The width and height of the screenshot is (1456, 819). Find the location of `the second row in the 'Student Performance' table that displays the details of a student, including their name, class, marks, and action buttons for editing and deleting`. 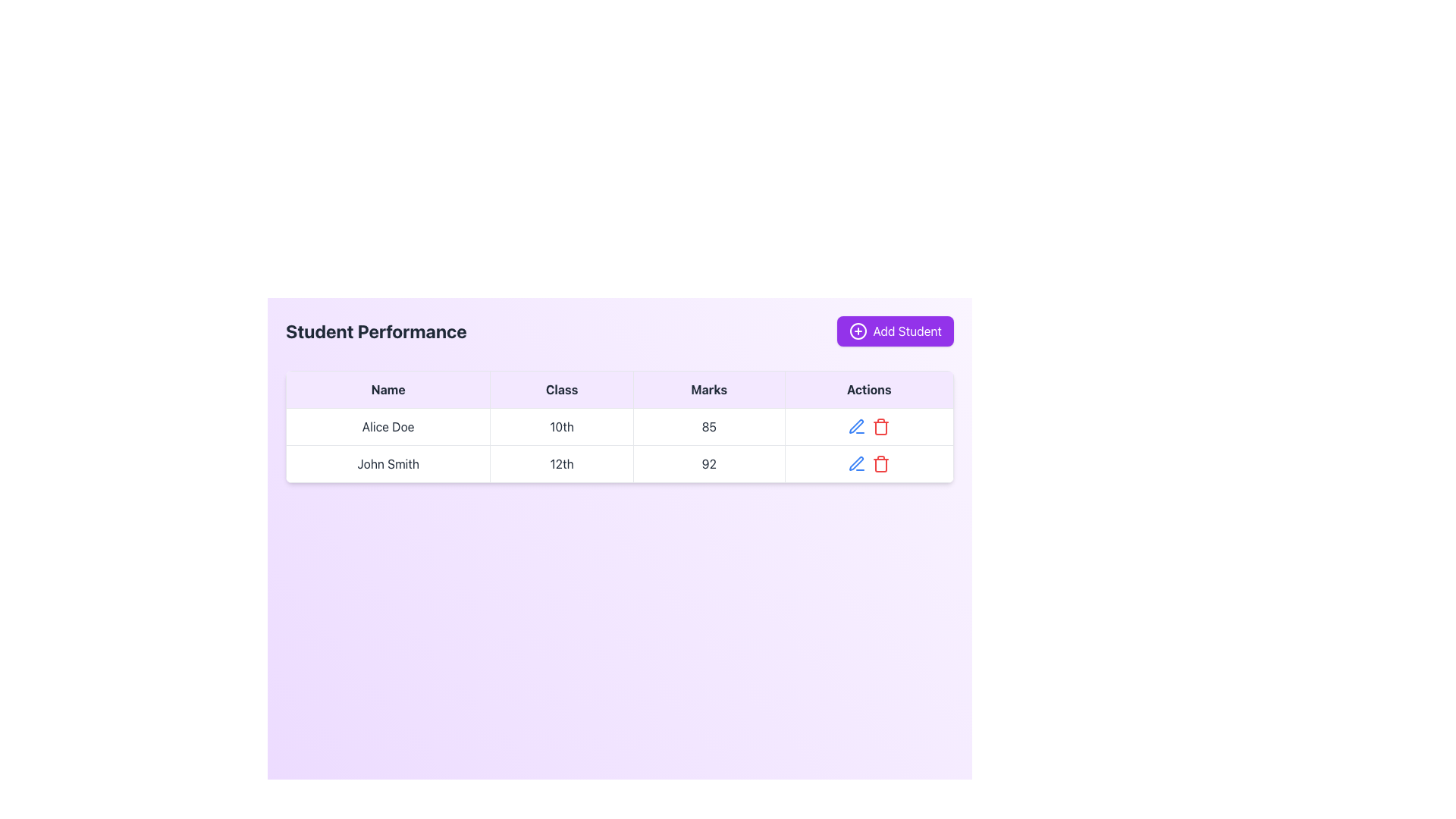

the second row in the 'Student Performance' table that displays the details of a student, including their name, class, marks, and action buttons for editing and deleting is located at coordinates (620, 463).